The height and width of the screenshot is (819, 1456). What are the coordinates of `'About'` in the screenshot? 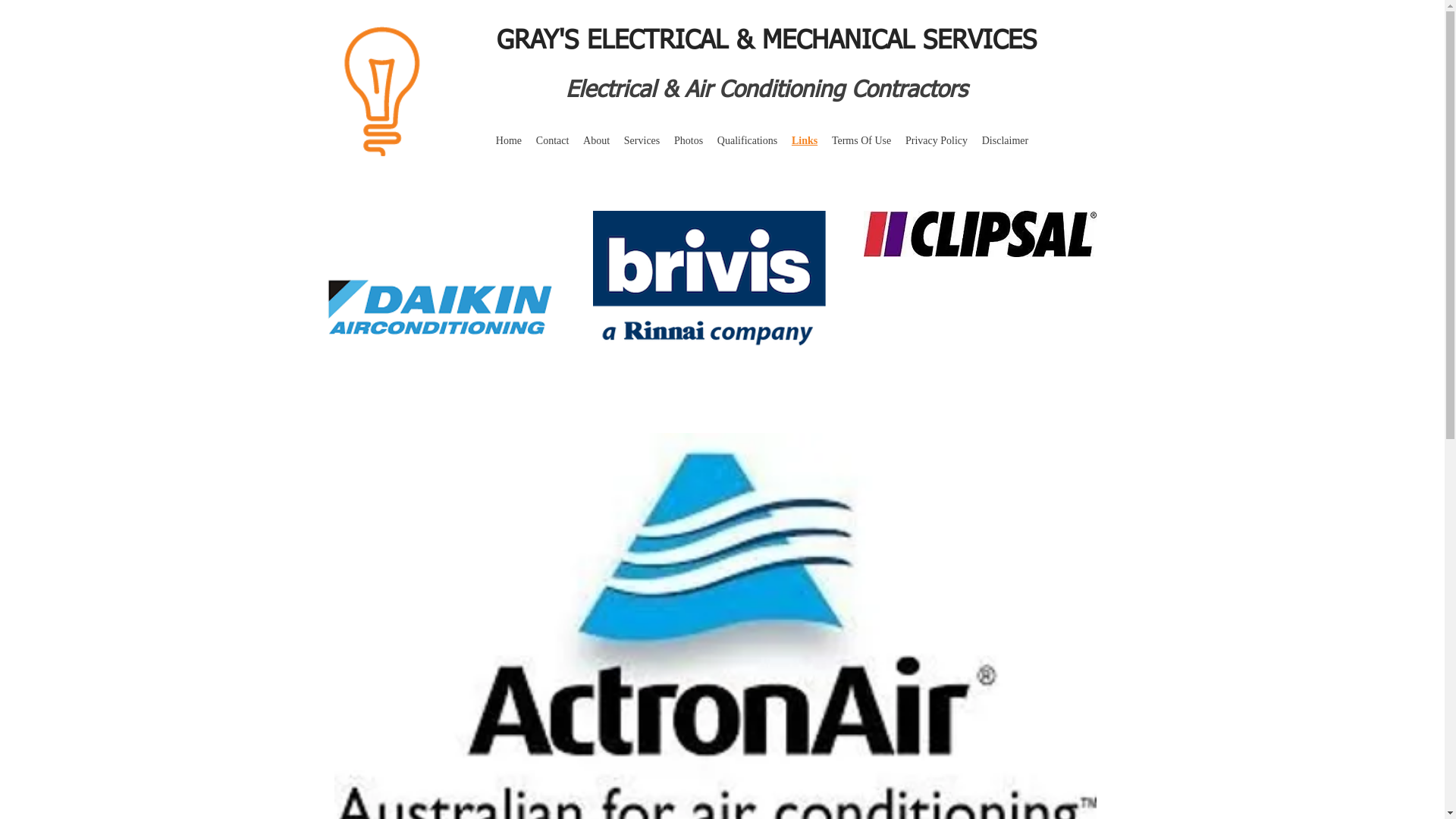 It's located at (596, 140).